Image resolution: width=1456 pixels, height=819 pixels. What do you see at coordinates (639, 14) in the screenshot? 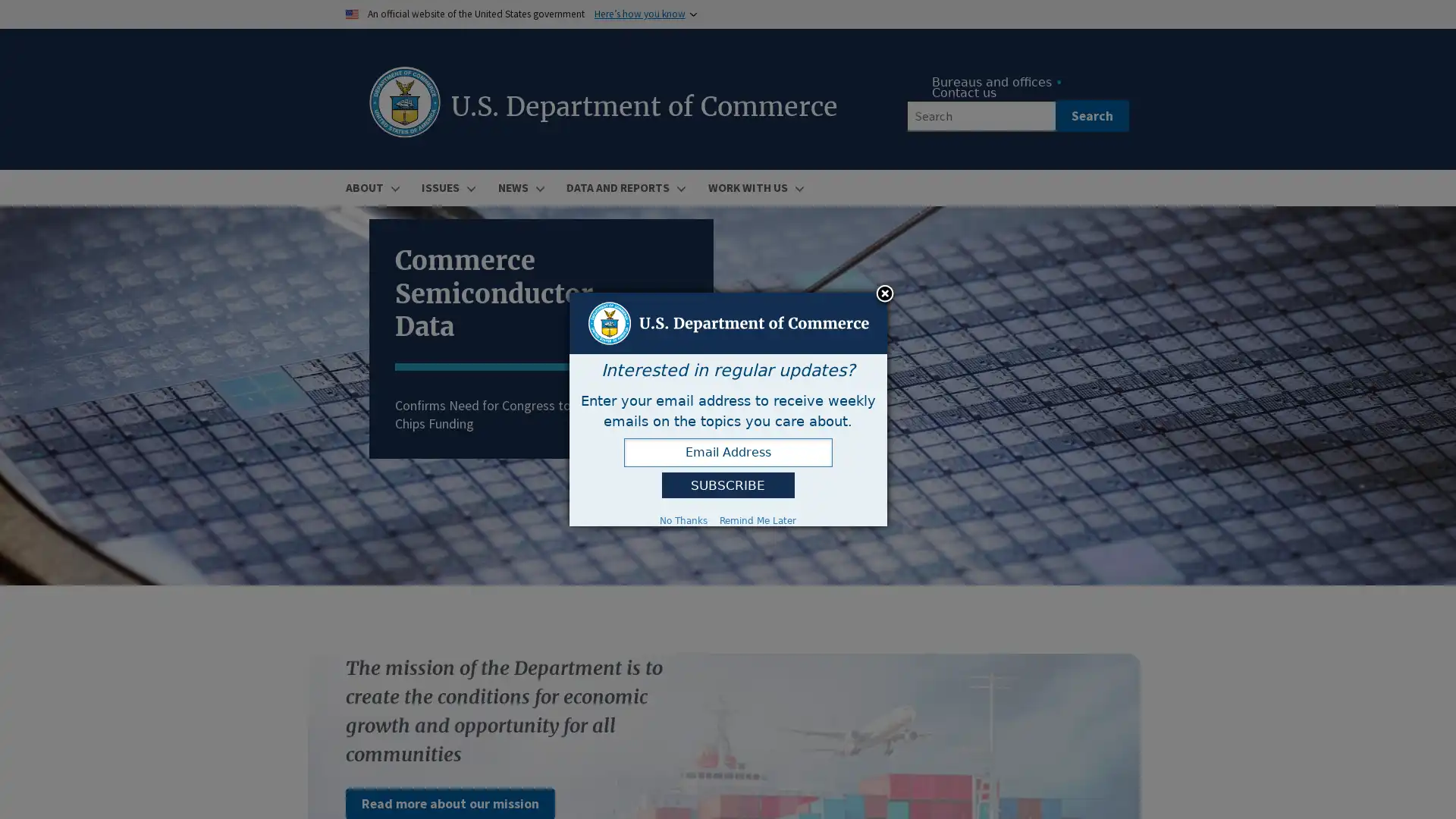
I see `Heres how you know` at bounding box center [639, 14].